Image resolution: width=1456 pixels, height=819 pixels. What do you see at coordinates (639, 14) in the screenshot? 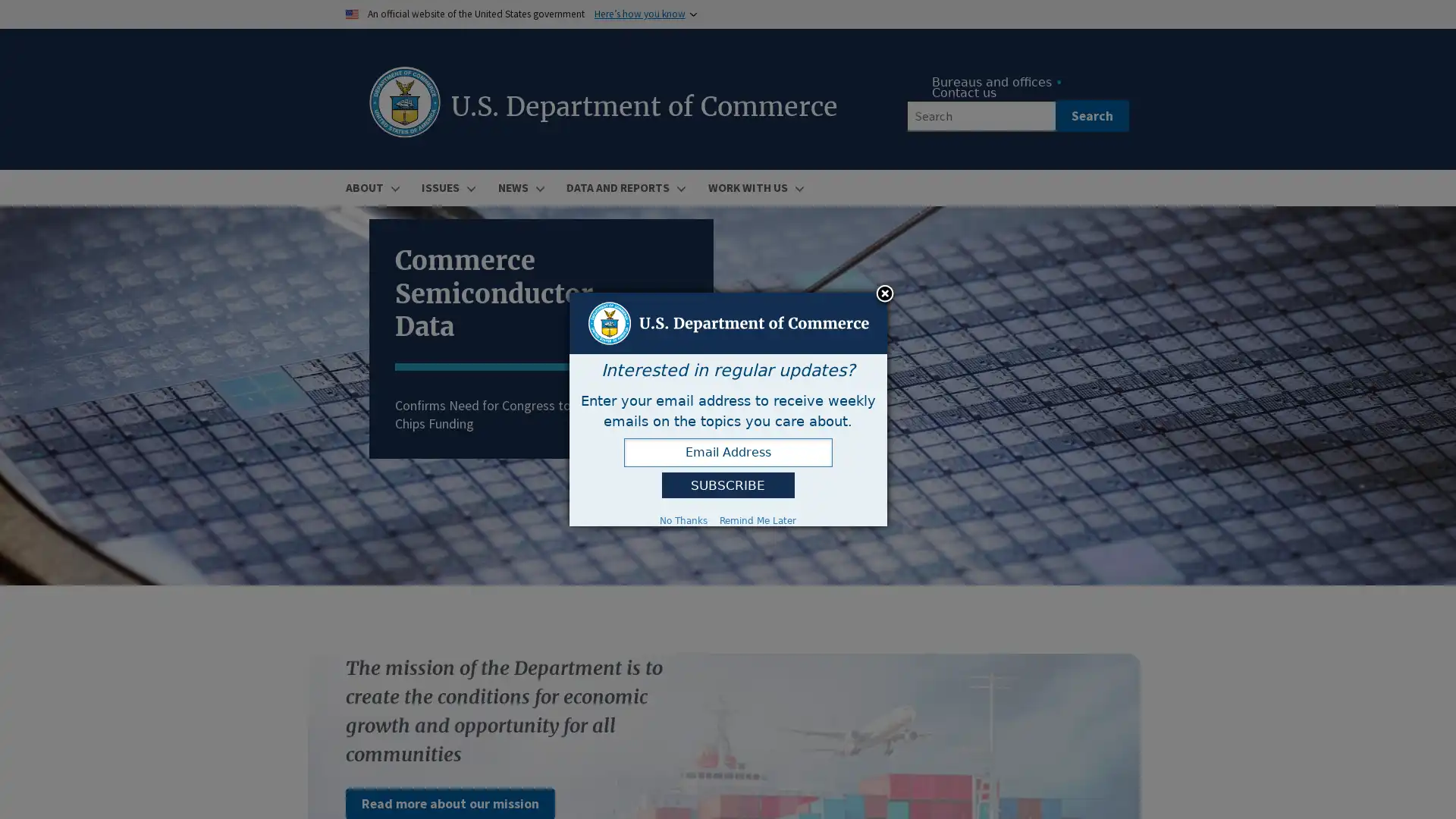
I see `Heres how you know` at bounding box center [639, 14].